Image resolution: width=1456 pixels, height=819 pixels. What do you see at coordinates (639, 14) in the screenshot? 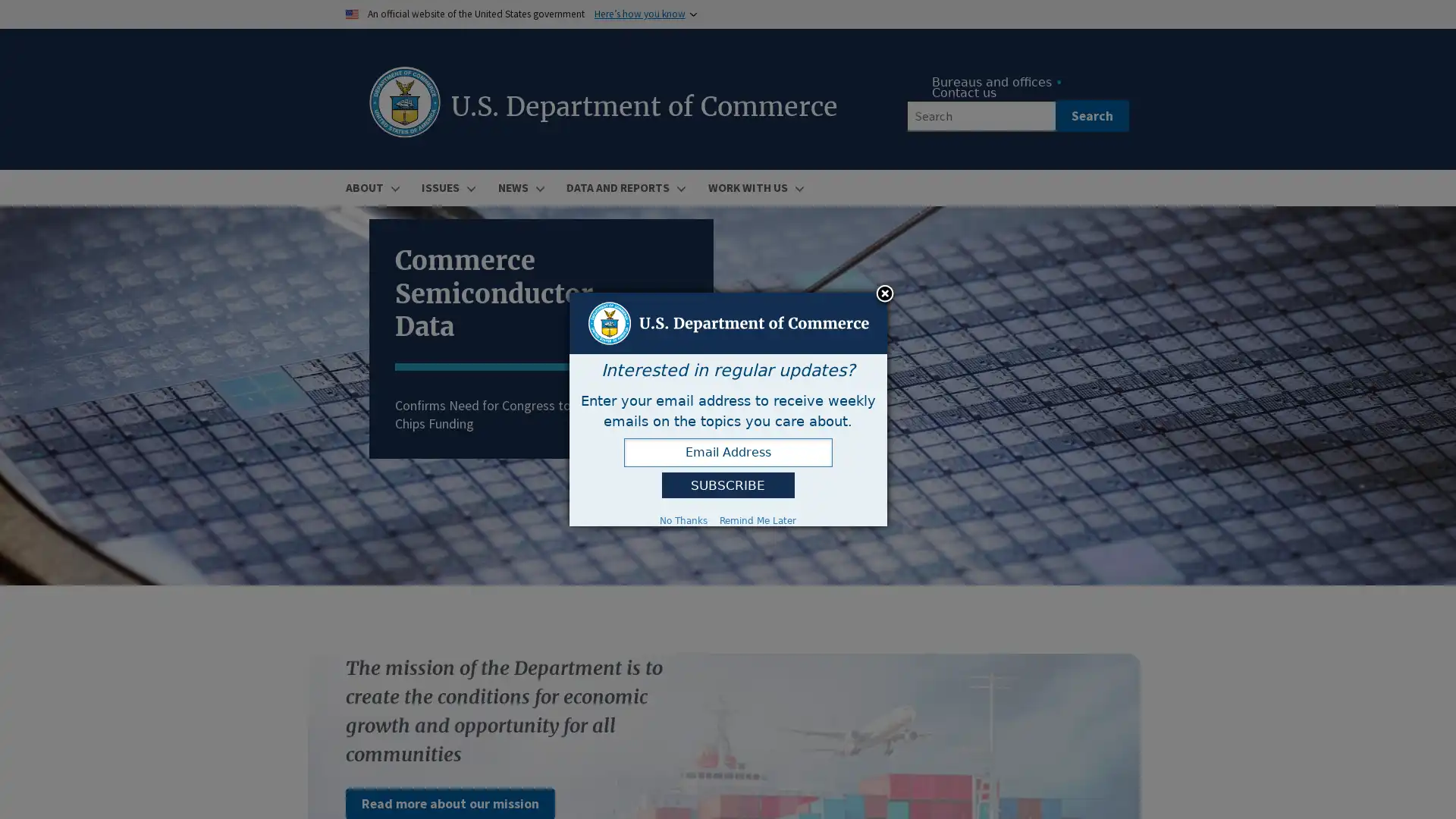
I see `Heres how you know` at bounding box center [639, 14].